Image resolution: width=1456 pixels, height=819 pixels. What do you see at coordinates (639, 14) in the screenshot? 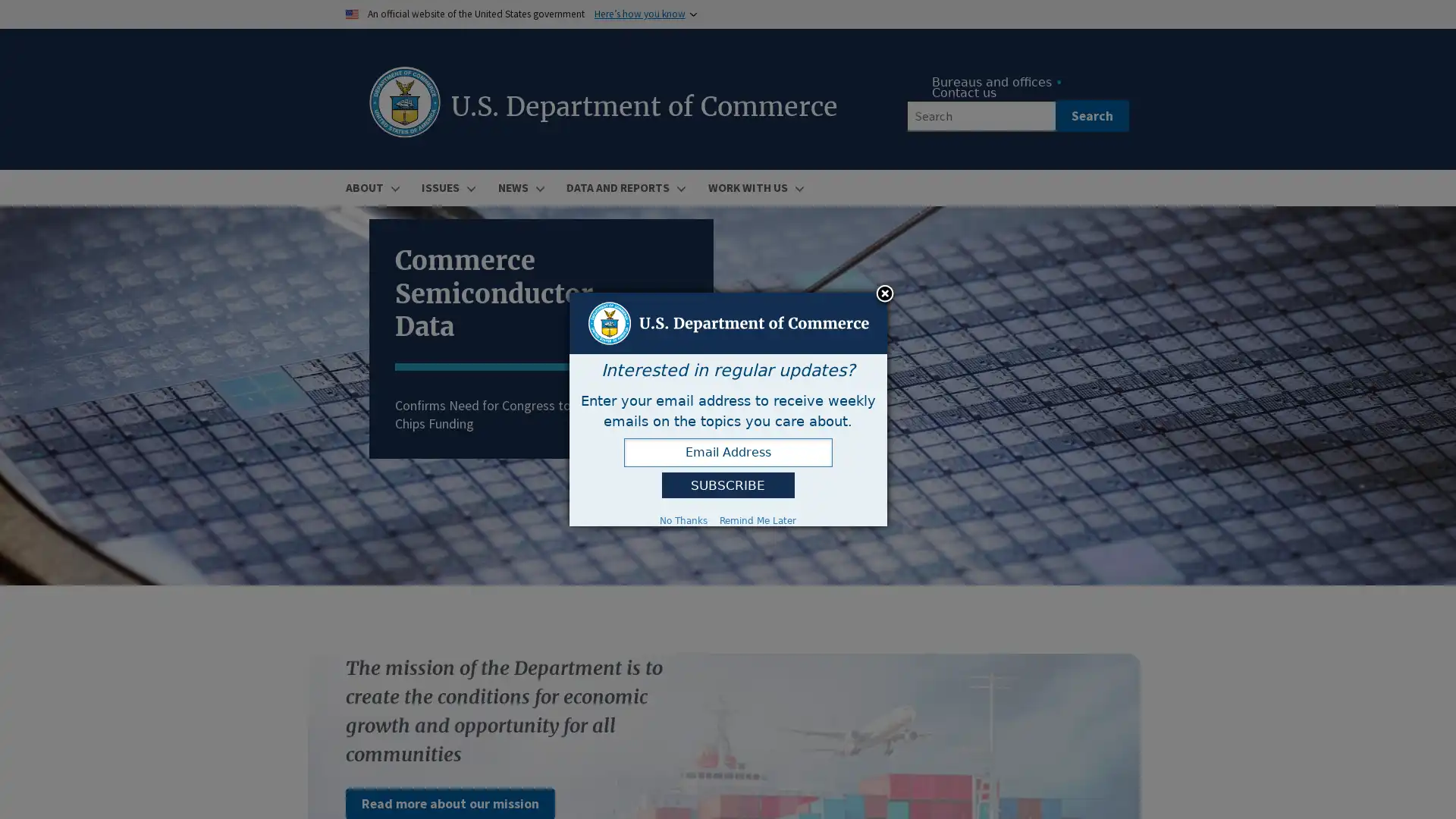
I see `Heres how you know` at bounding box center [639, 14].